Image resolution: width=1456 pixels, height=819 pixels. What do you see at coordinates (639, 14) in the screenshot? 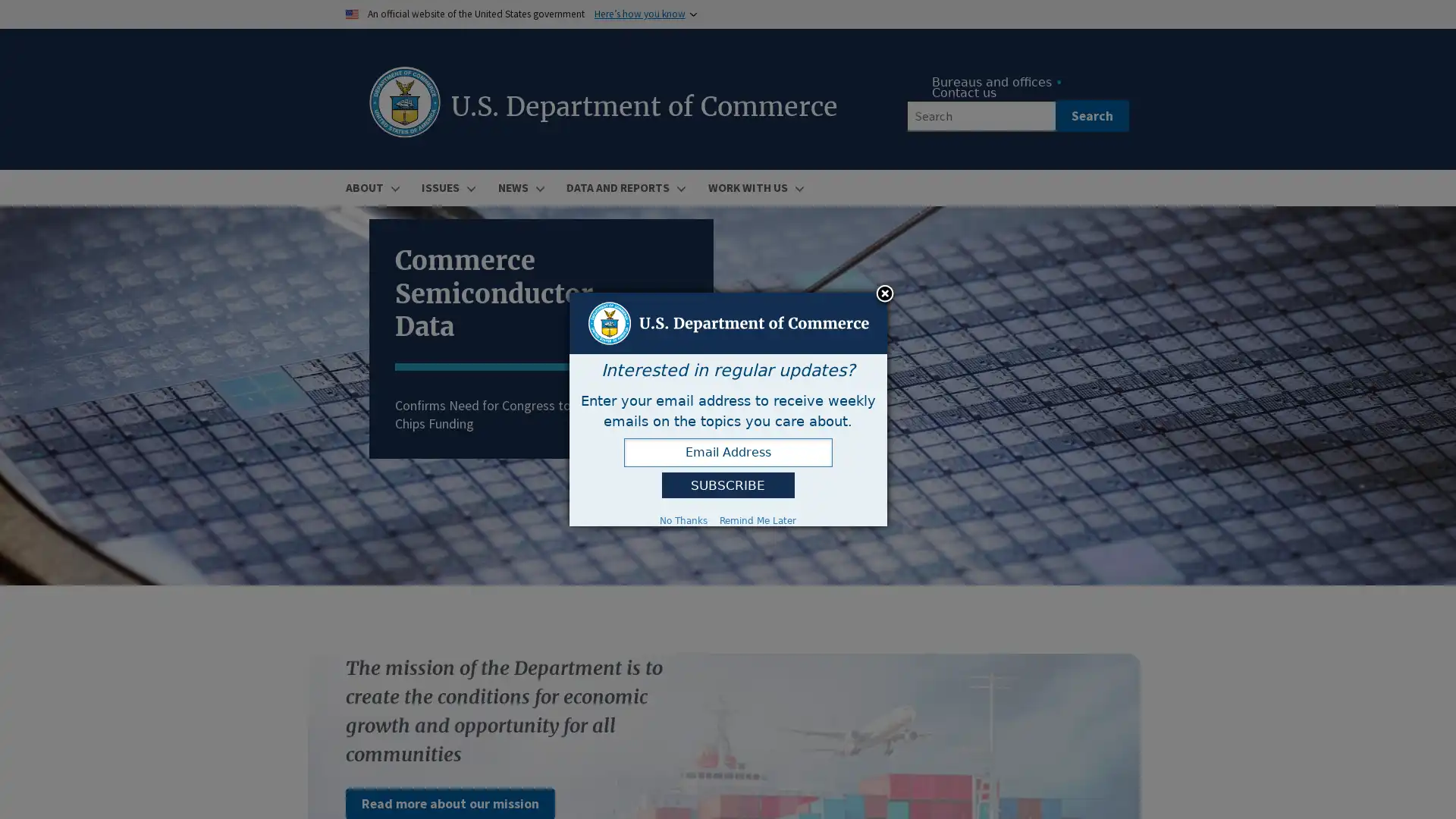
I see `Heres how you know` at bounding box center [639, 14].